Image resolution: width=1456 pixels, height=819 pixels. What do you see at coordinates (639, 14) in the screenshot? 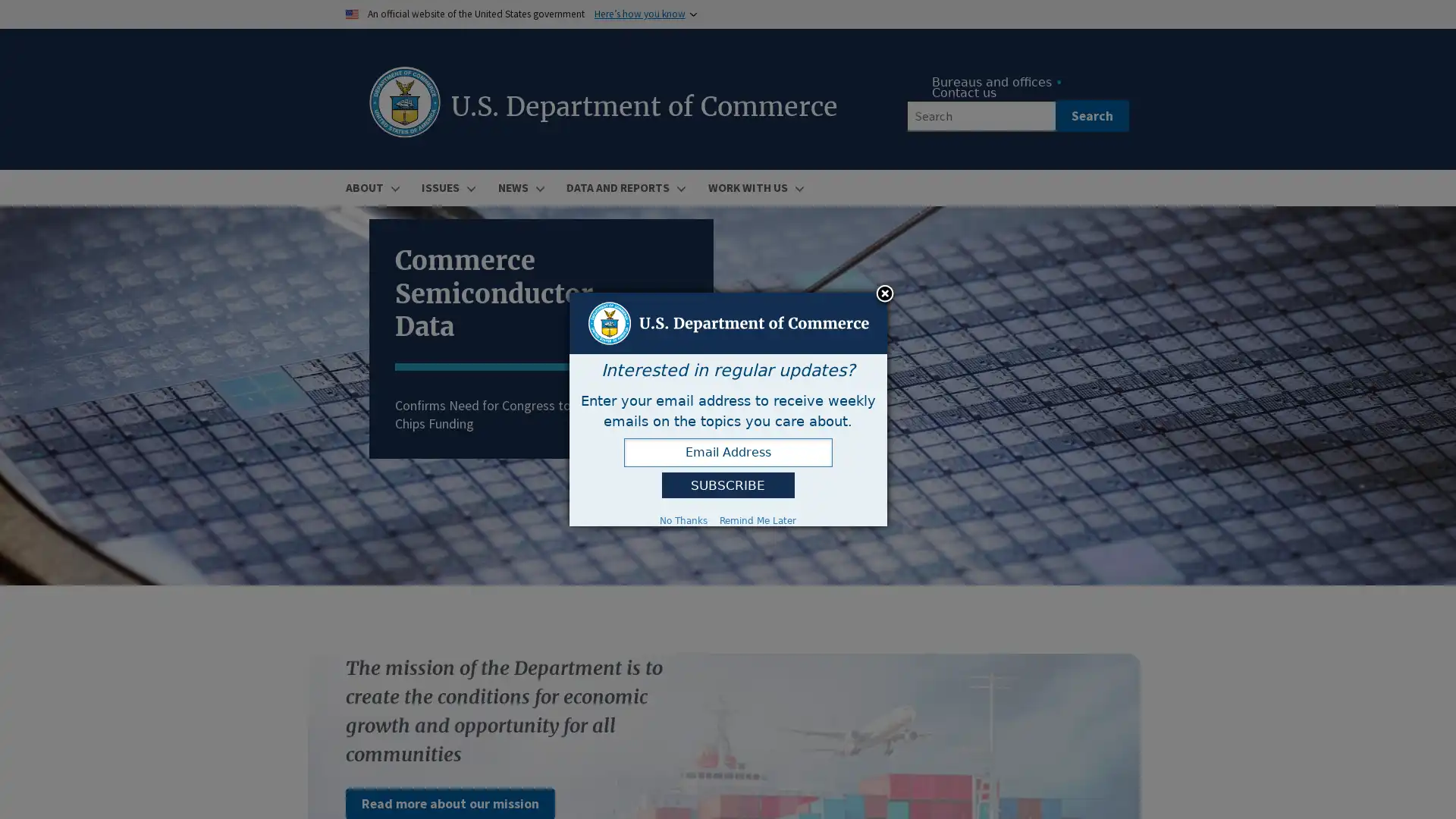
I see `Heres how you know` at bounding box center [639, 14].